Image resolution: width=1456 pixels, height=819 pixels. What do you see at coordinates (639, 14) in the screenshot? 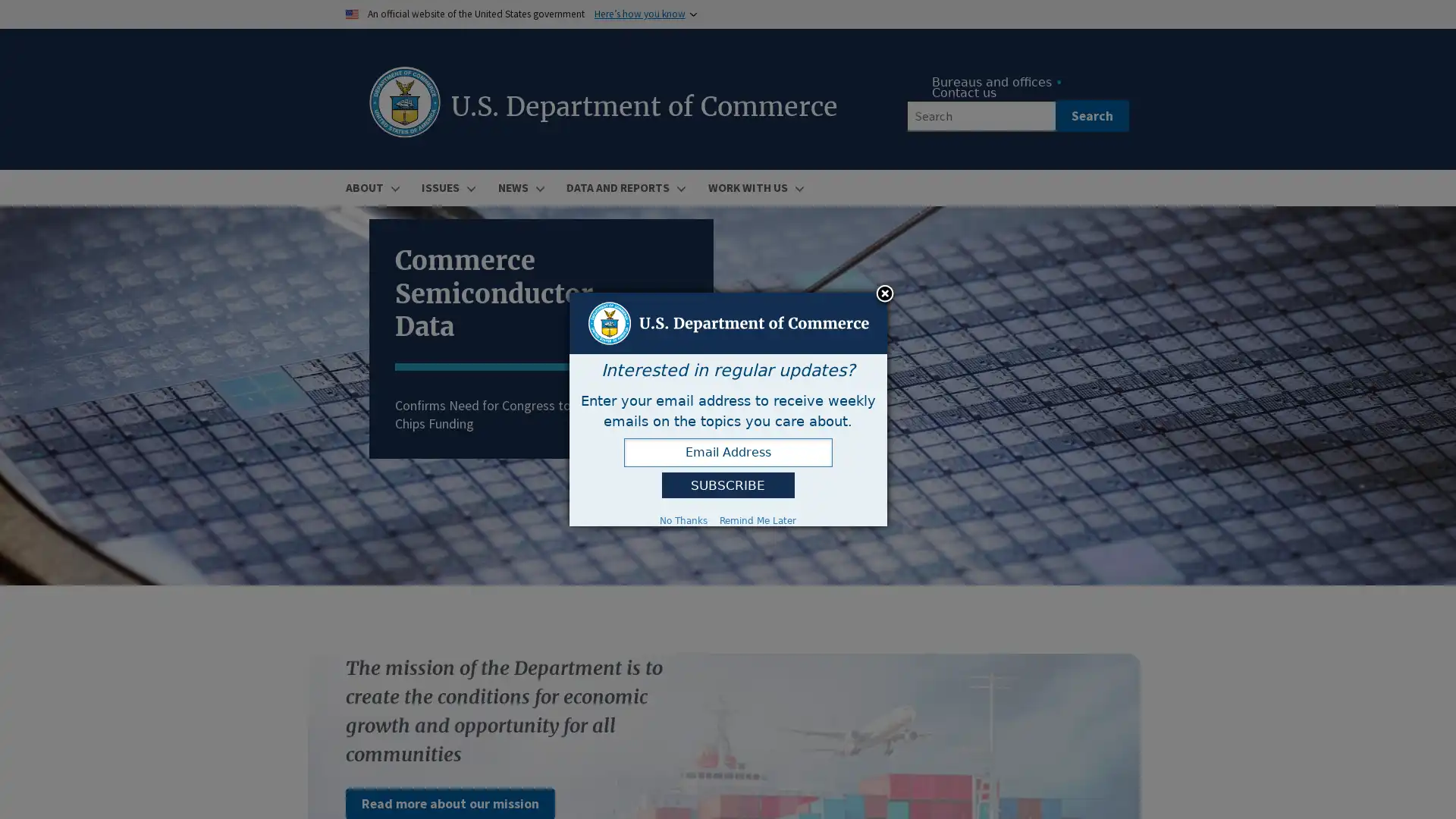
I see `Heres how you know` at bounding box center [639, 14].